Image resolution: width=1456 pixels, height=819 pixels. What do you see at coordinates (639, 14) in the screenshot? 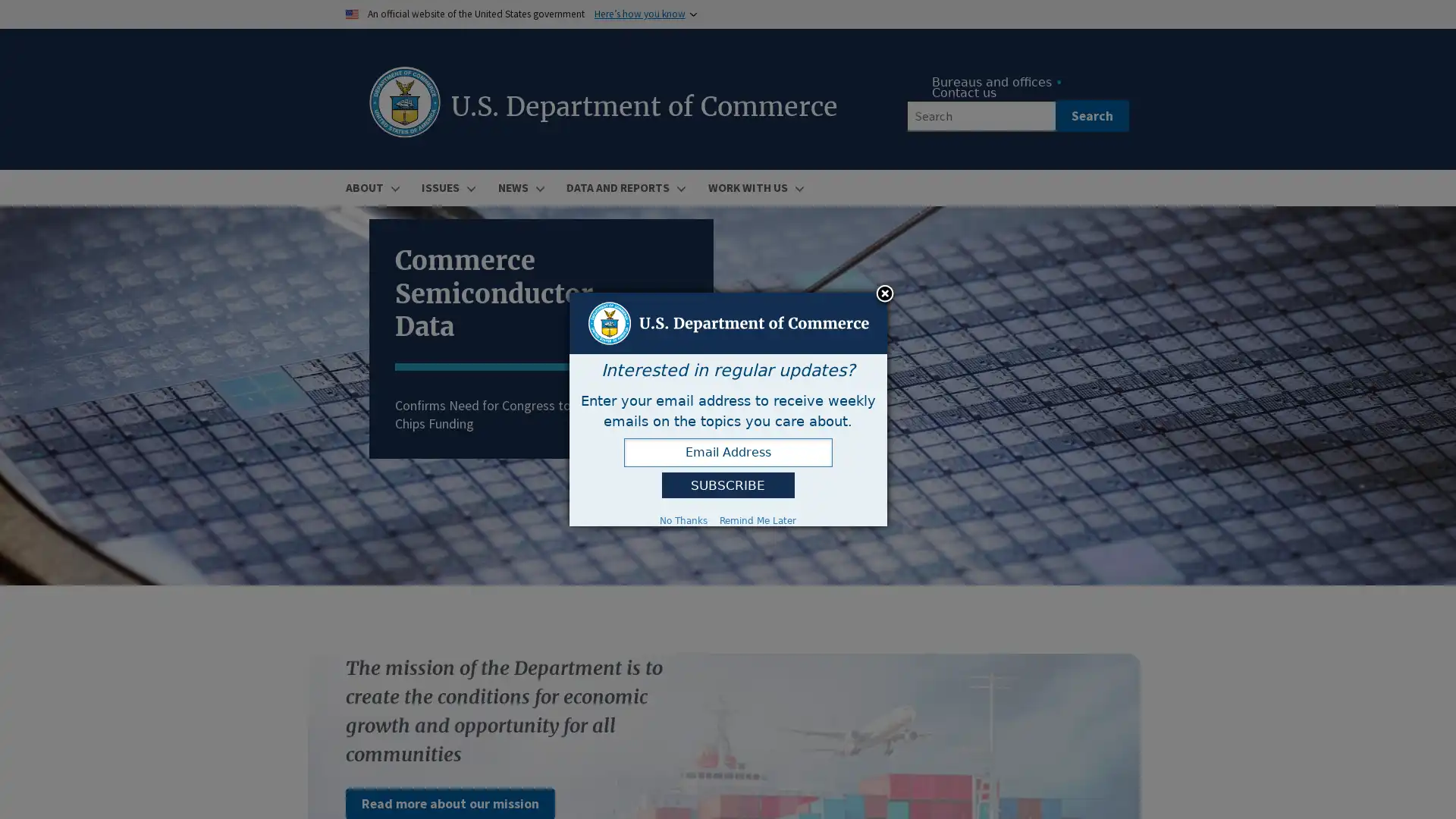
I see `Heres how you know` at bounding box center [639, 14].